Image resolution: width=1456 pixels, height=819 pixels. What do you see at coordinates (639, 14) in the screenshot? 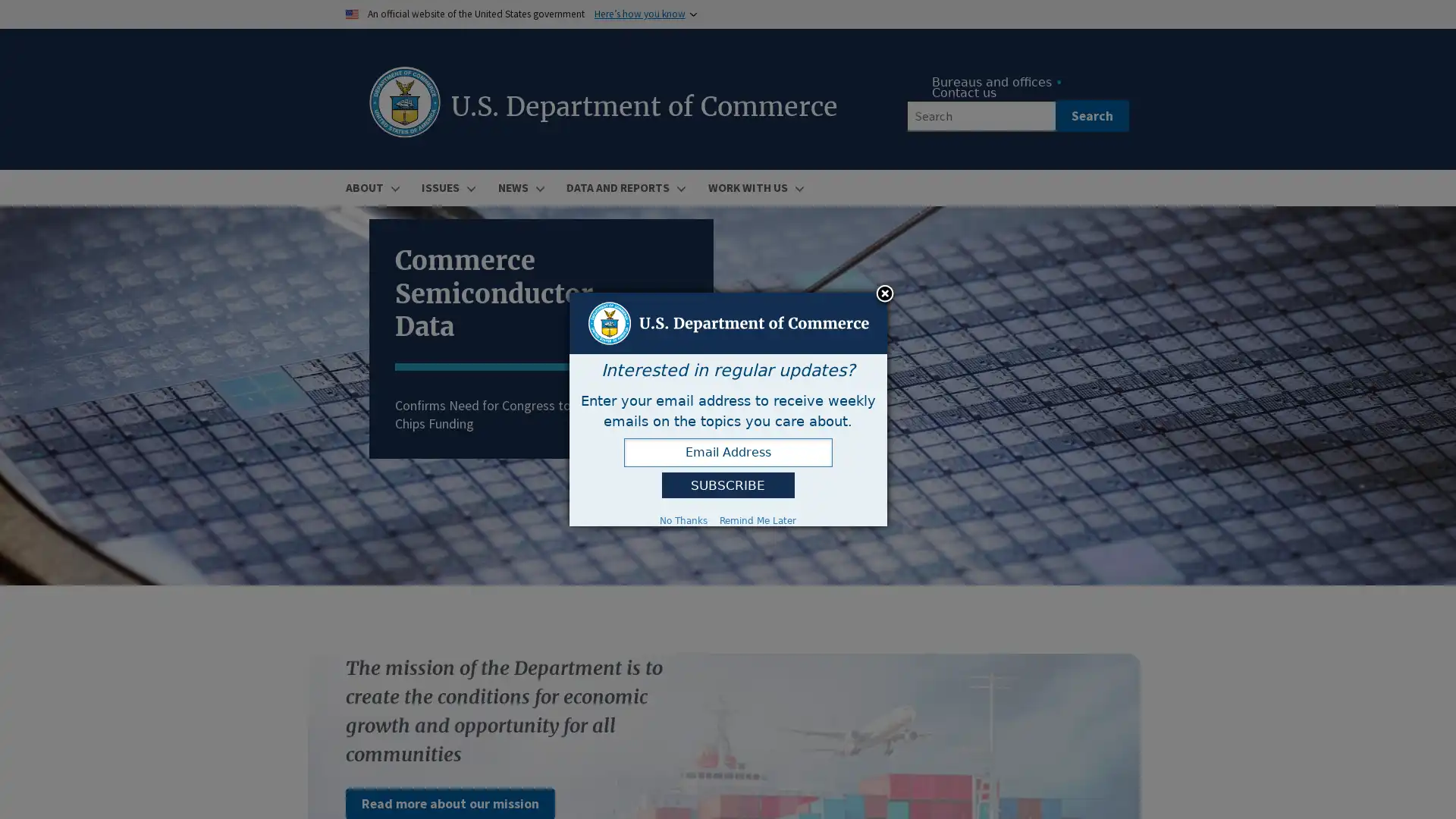
I see `Heres how you know` at bounding box center [639, 14].